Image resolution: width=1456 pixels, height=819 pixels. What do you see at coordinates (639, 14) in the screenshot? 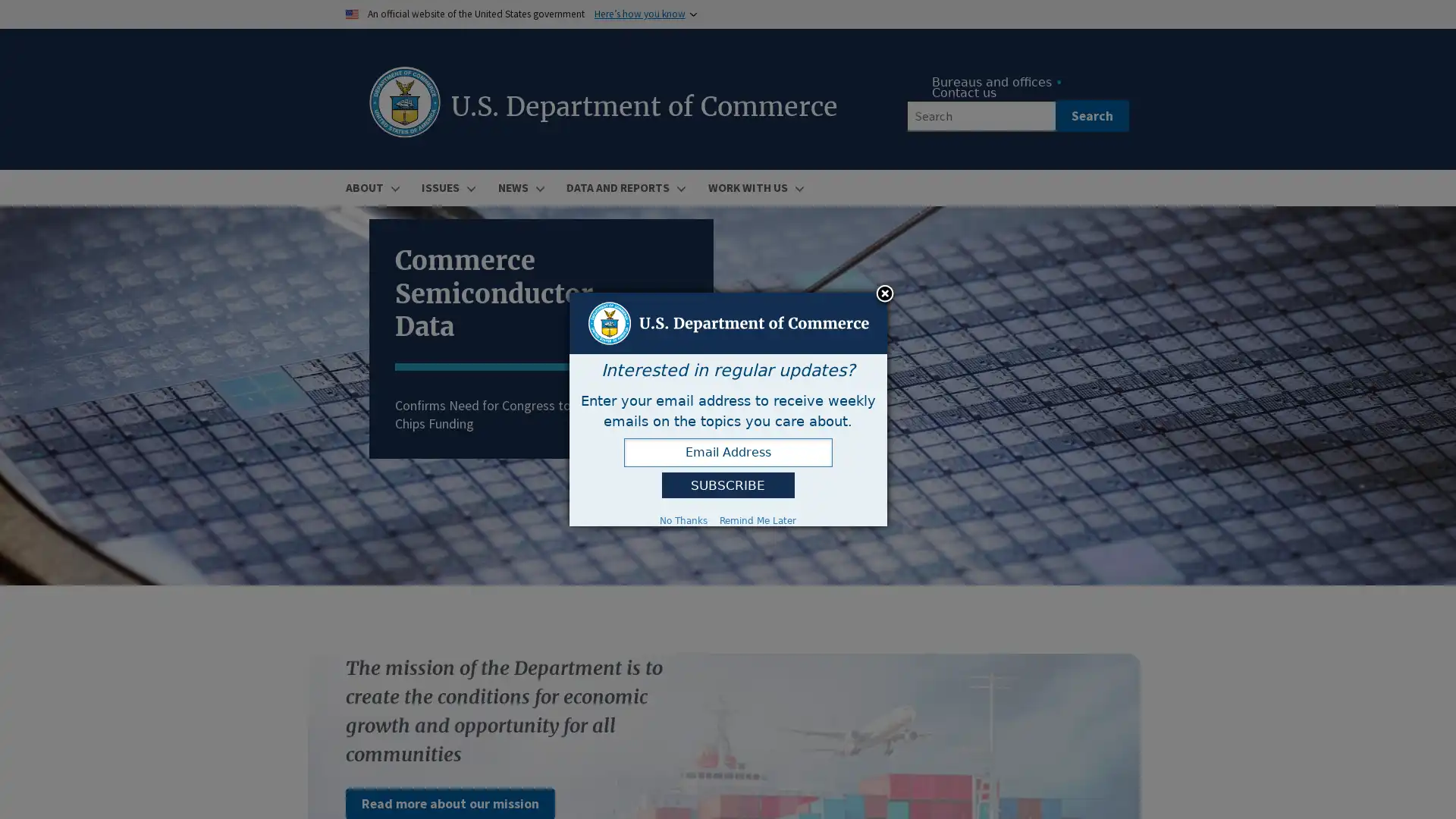
I see `Heres how you know` at bounding box center [639, 14].